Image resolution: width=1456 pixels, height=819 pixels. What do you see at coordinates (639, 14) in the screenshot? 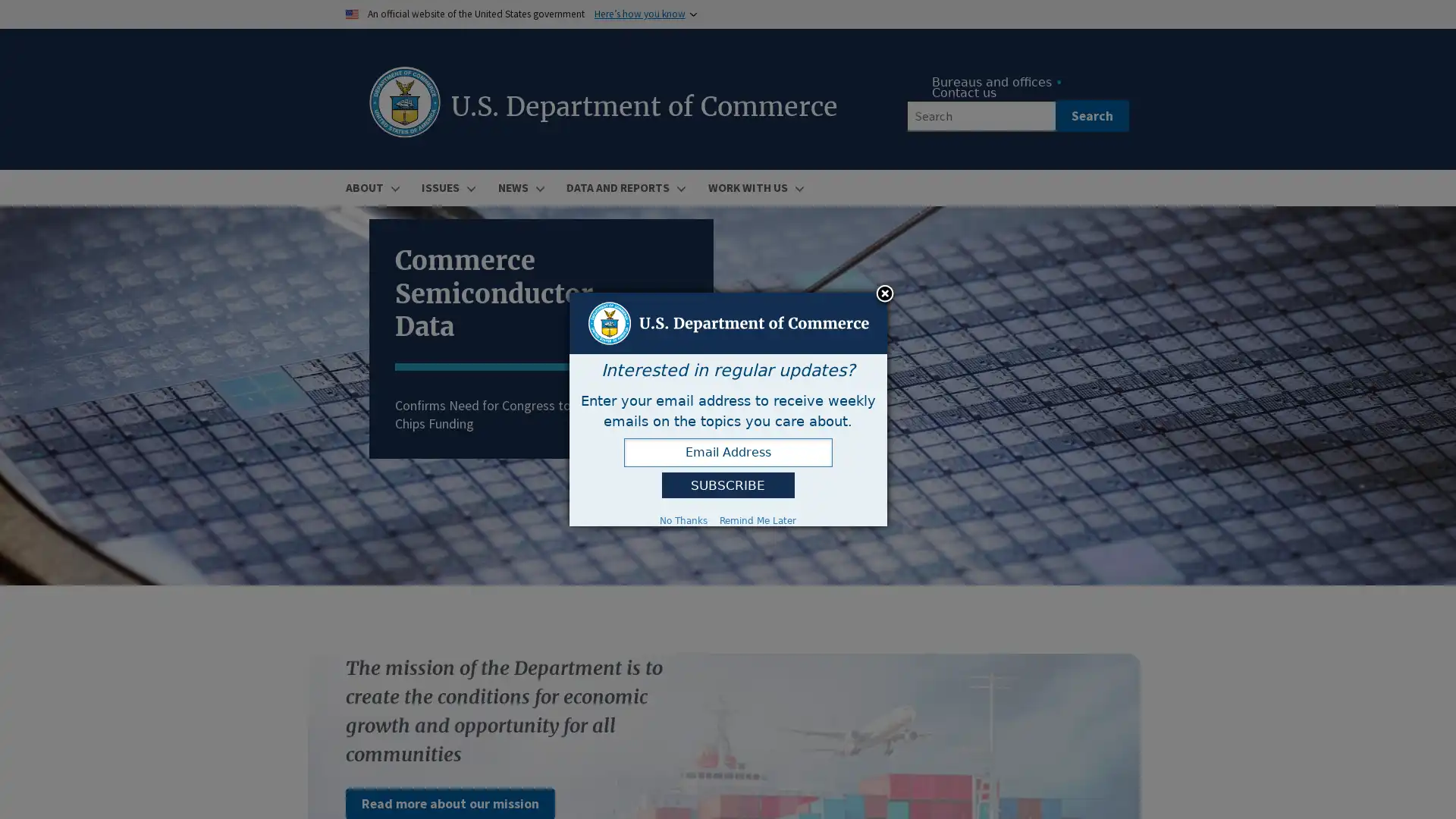
I see `Heres how you know` at bounding box center [639, 14].